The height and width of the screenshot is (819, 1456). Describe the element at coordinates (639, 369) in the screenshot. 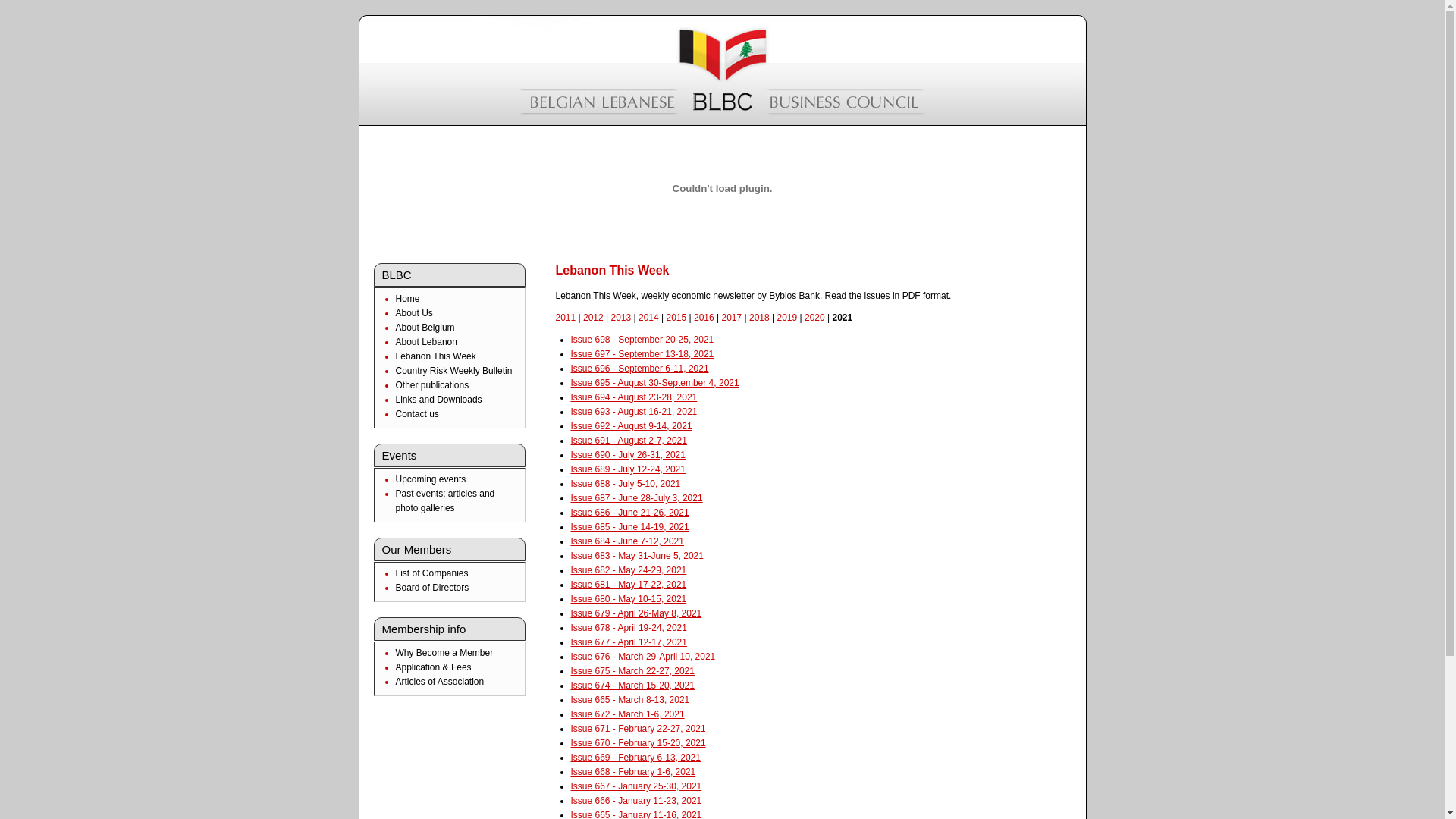

I see `'Issue 696 - September 6-11, 2021'` at that location.